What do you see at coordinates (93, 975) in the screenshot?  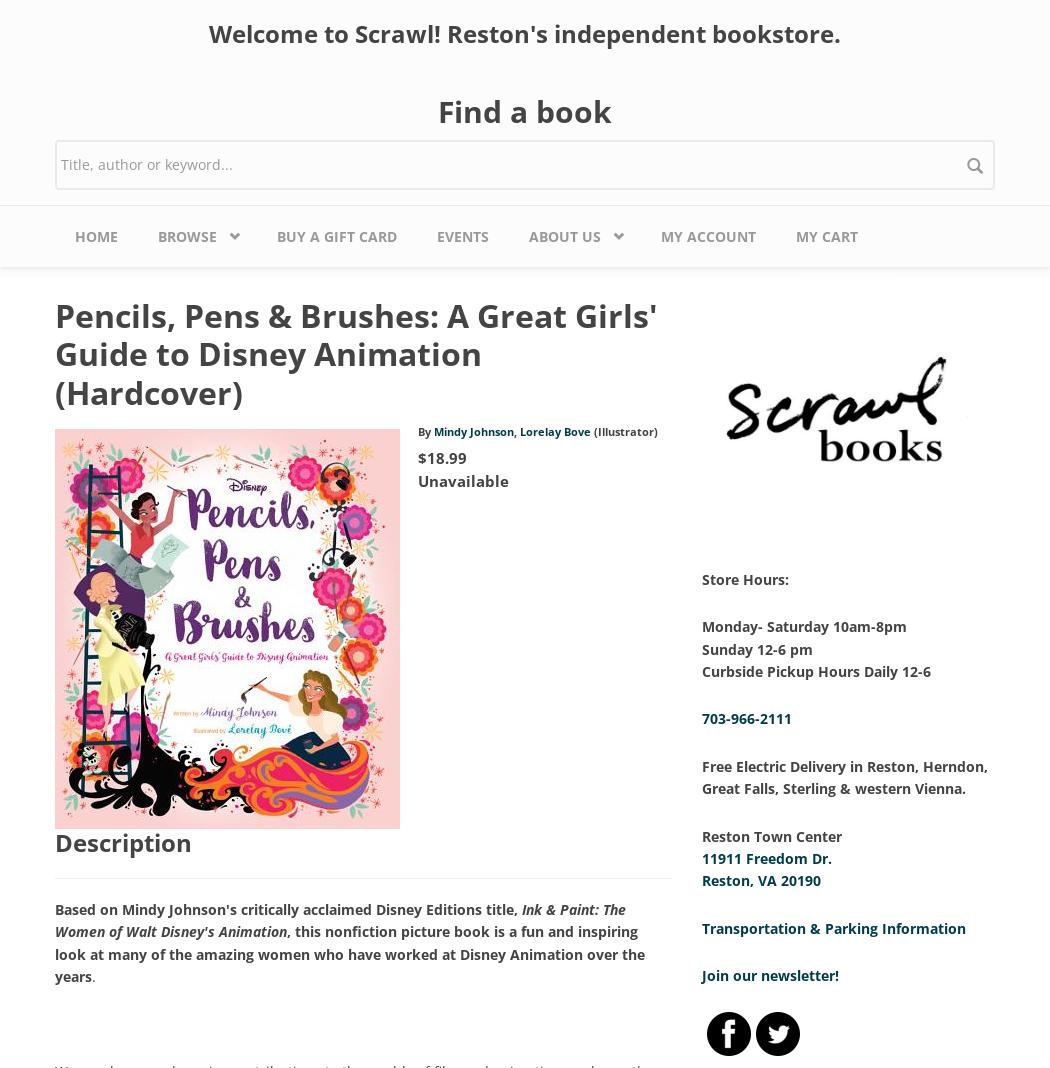 I see `'.'` at bounding box center [93, 975].